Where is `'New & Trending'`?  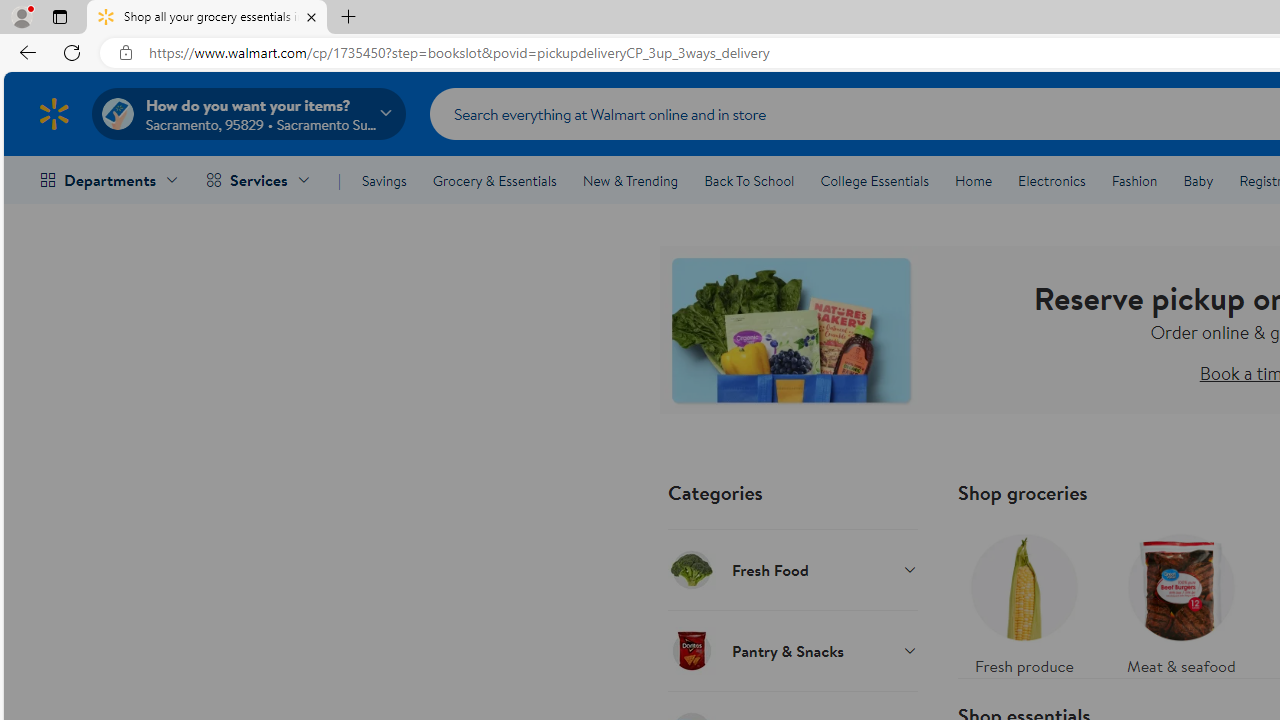 'New & Trending' is located at coordinates (630, 181).